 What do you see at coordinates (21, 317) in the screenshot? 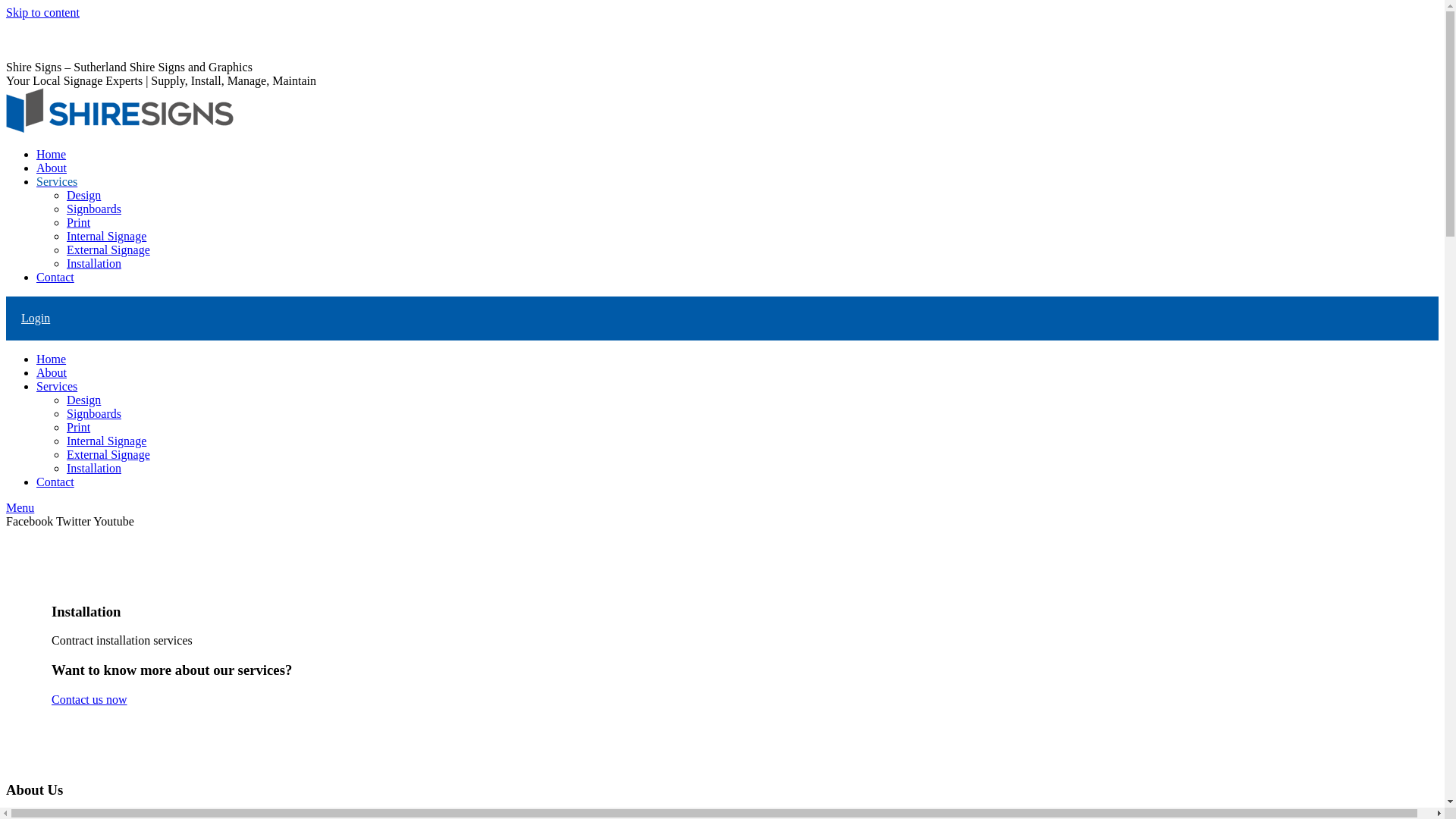
I see `'Login'` at bounding box center [21, 317].